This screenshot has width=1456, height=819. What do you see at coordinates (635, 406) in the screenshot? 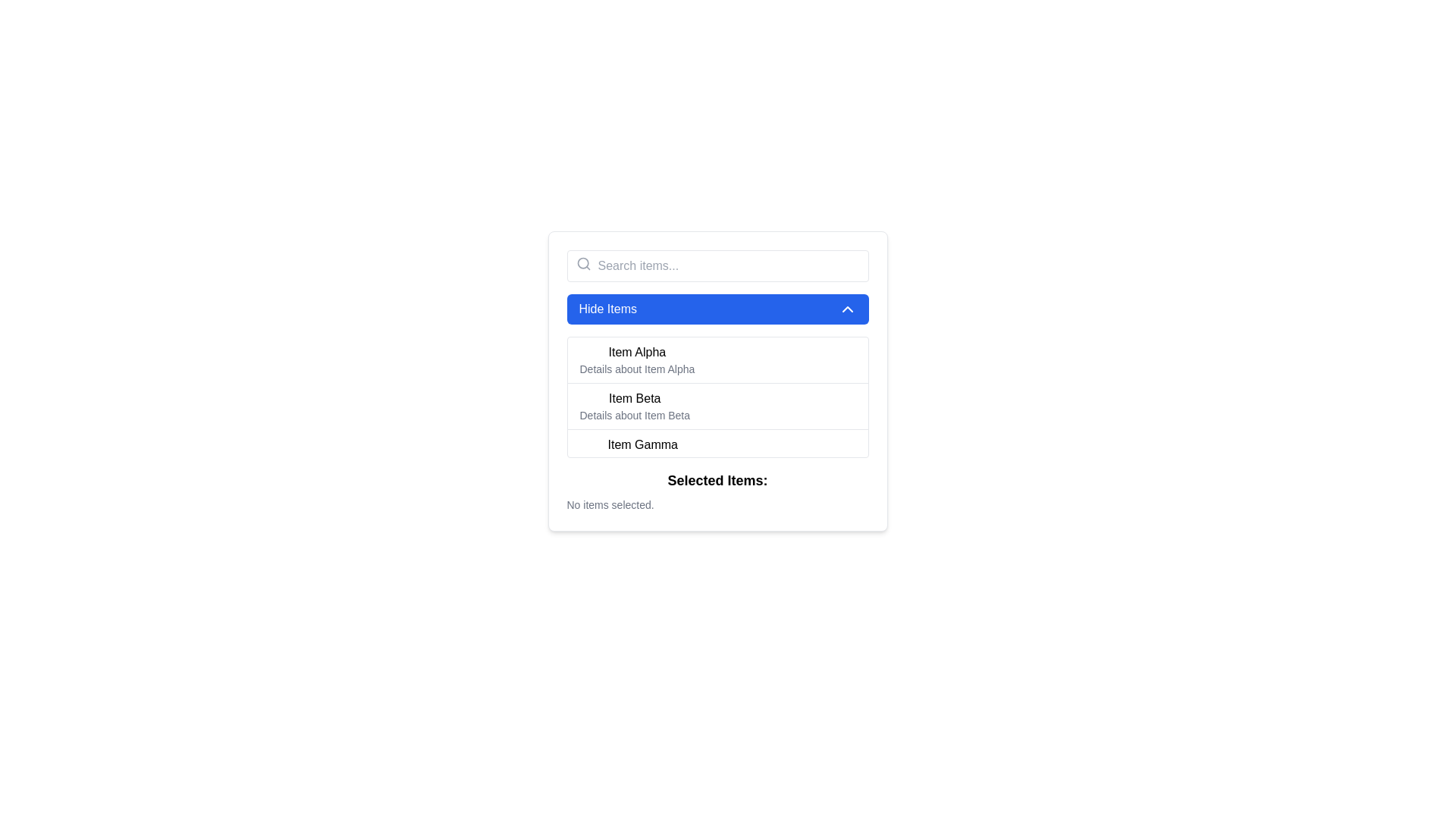
I see `the list item titled 'Item Beta' with the description 'Details about Item Beta'` at bounding box center [635, 406].